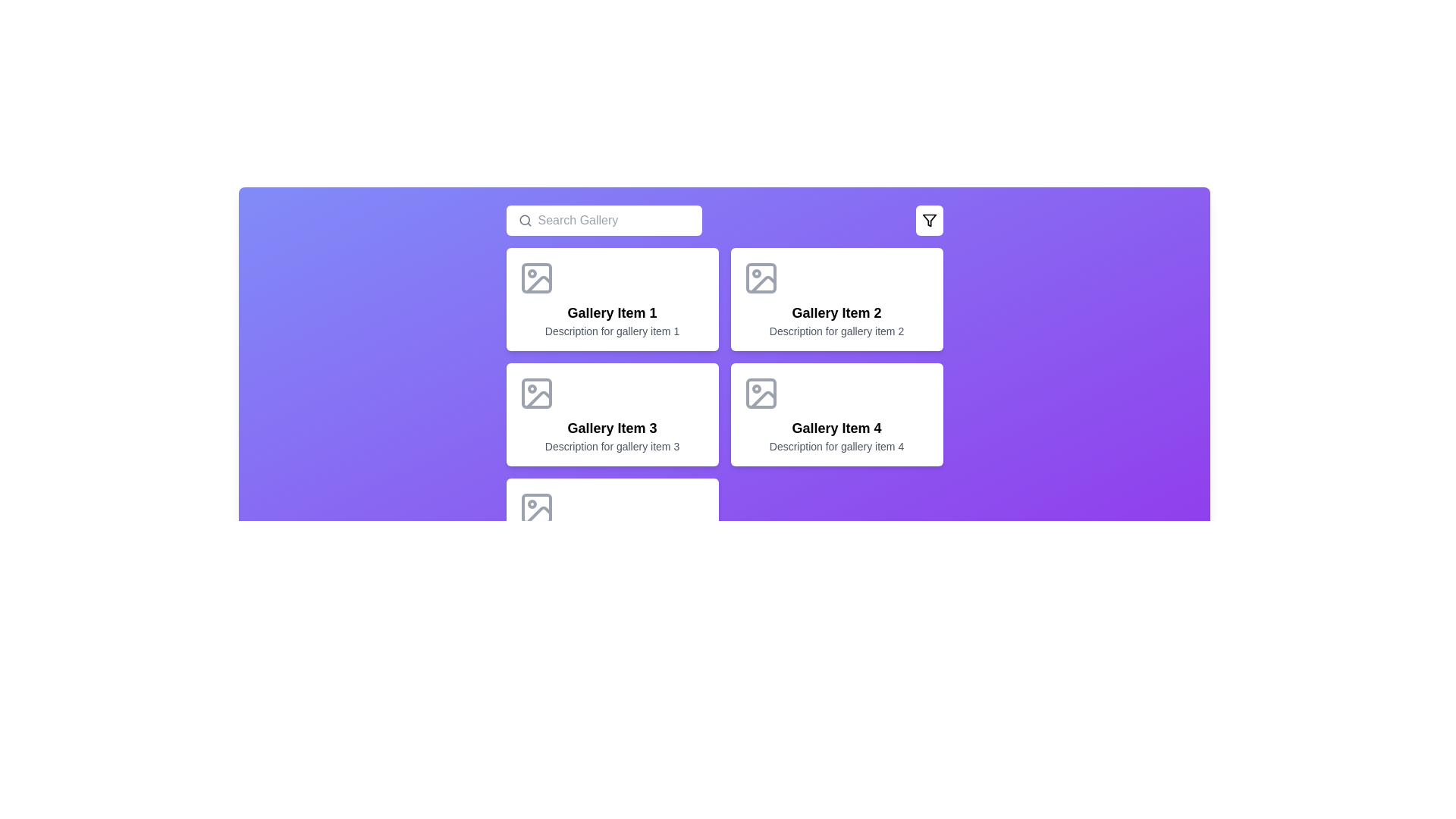  I want to click on the decorative circular vector graphic located near the top-left of the interface within the search field component, so click(524, 220).